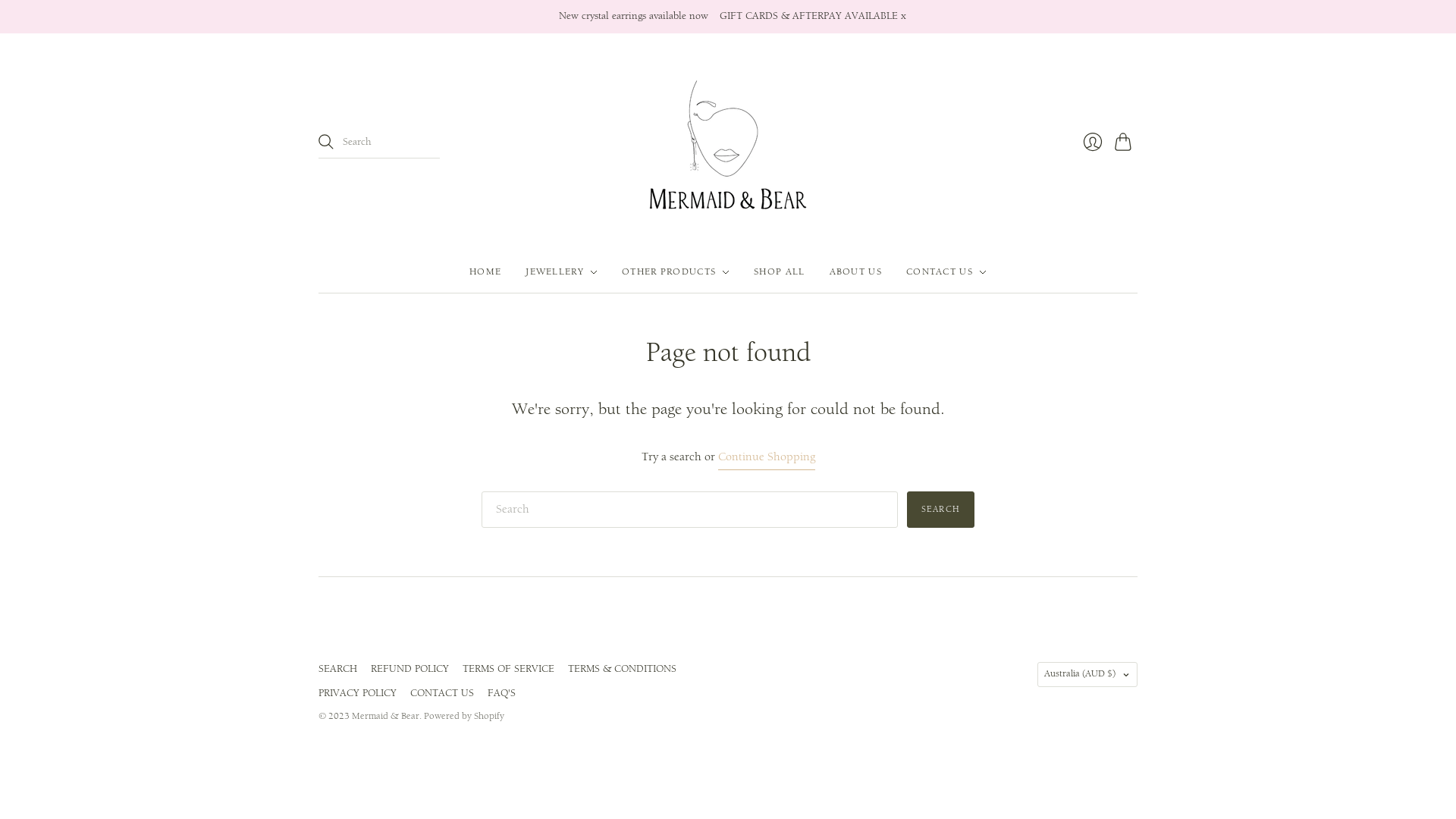  Describe the element at coordinates (337, 668) in the screenshot. I see `'SEARCH'` at that location.